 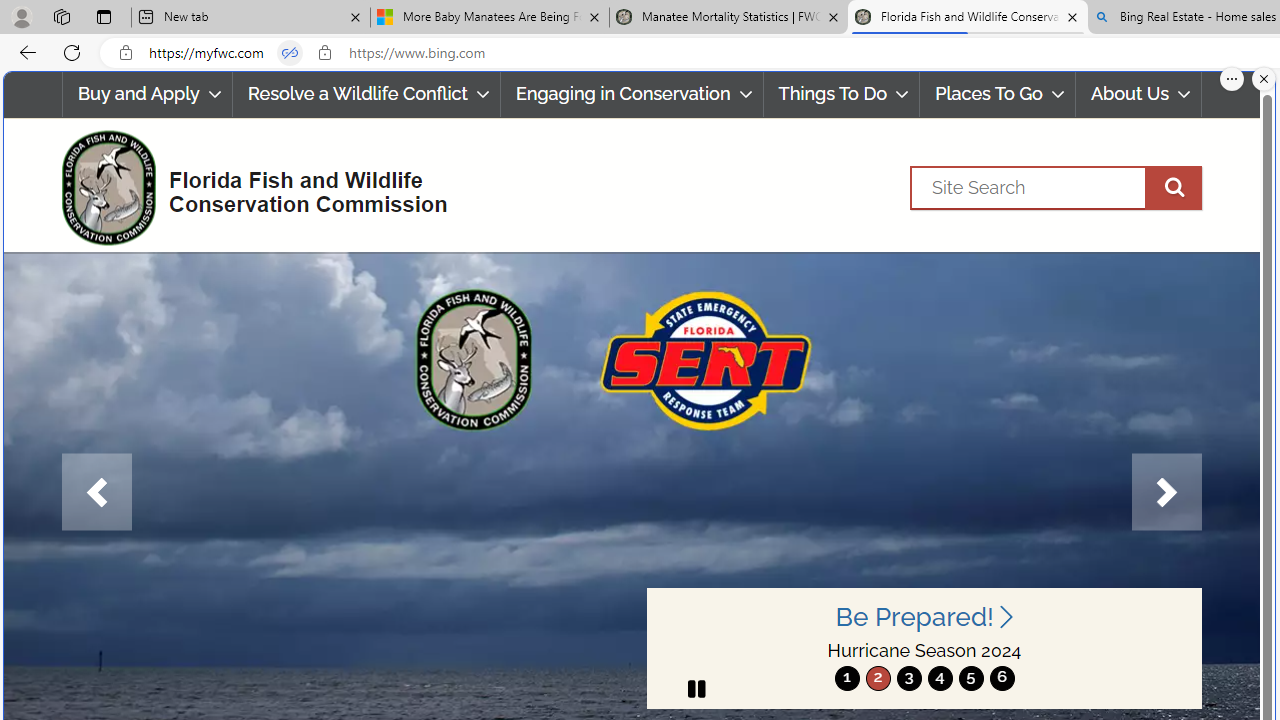 I want to click on 'Manatee Mortality Statistics | FWC', so click(x=728, y=17).